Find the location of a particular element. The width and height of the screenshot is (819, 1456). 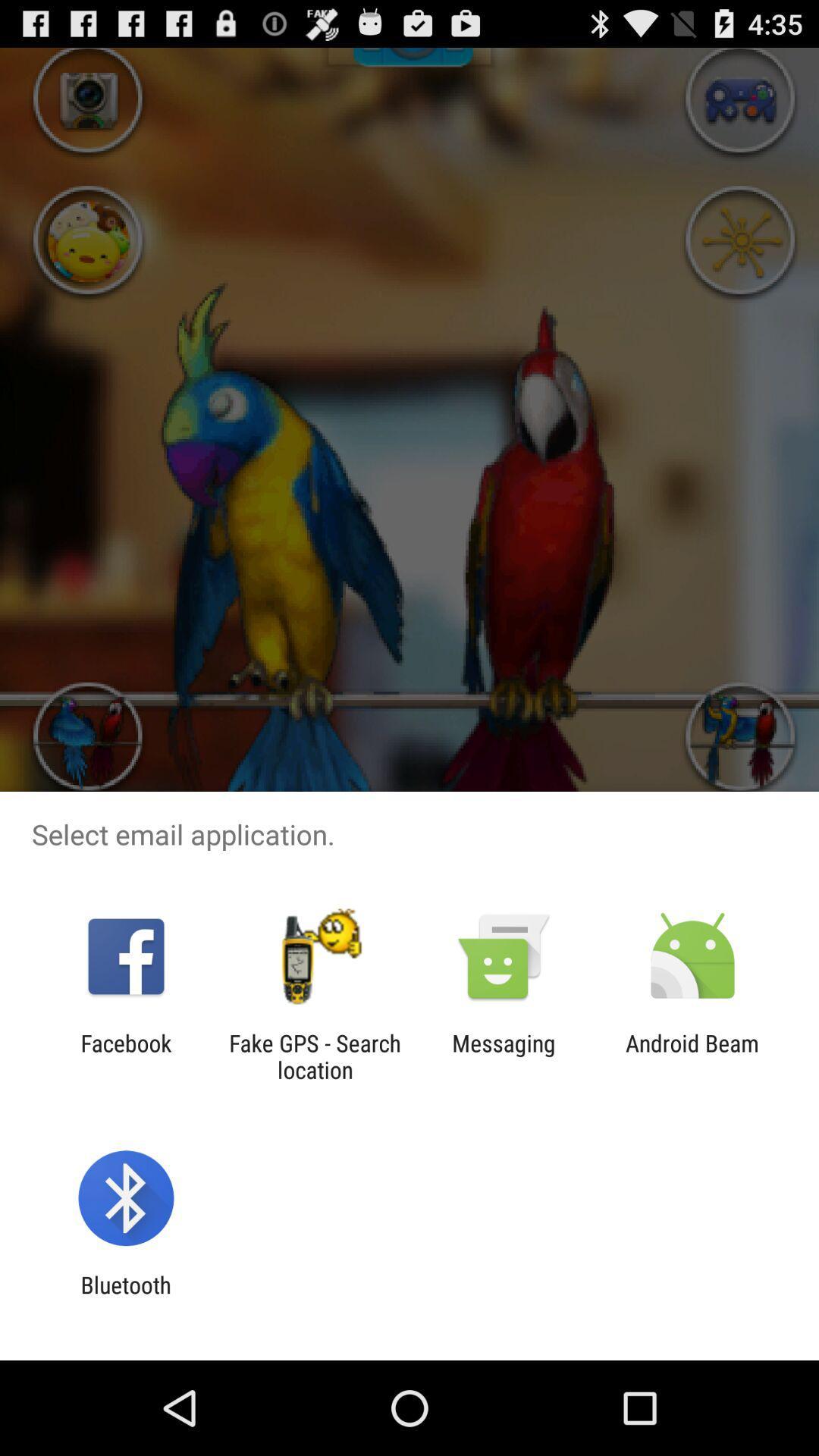

messaging item is located at coordinates (504, 1056).